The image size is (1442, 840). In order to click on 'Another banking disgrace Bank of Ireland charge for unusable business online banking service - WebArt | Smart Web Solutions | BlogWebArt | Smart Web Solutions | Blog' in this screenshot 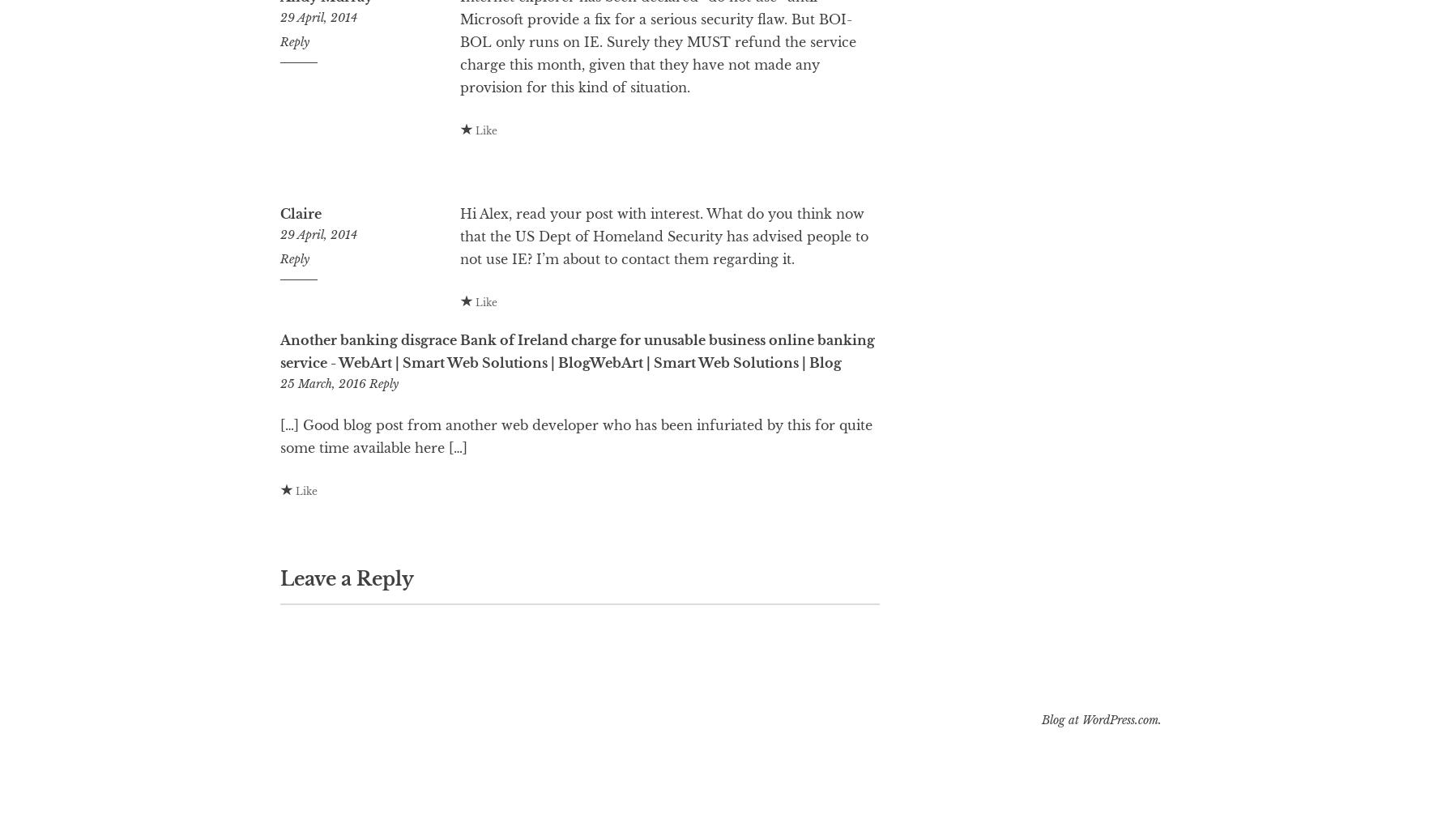, I will do `click(577, 416)`.